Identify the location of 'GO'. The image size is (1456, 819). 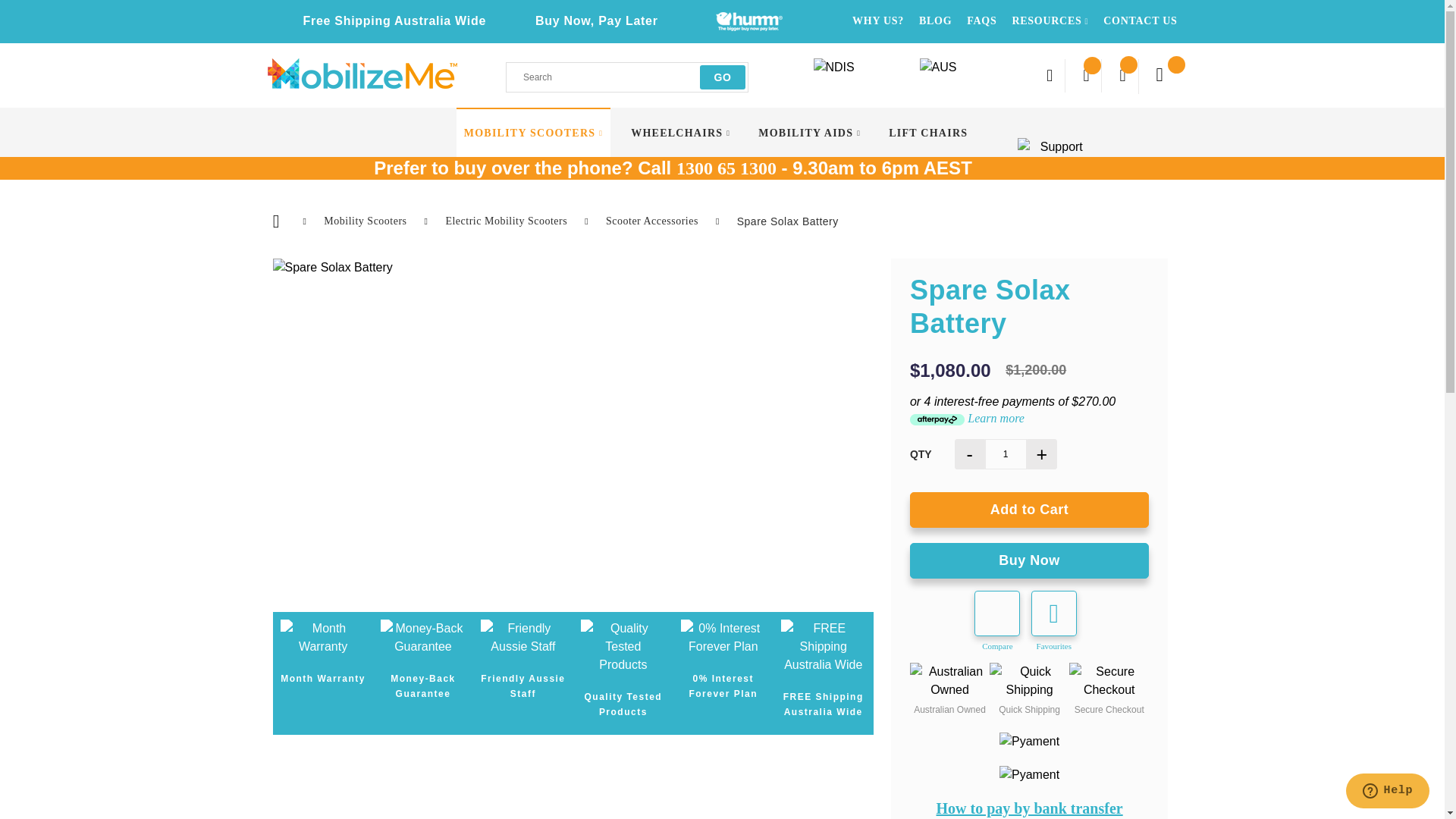
(722, 77).